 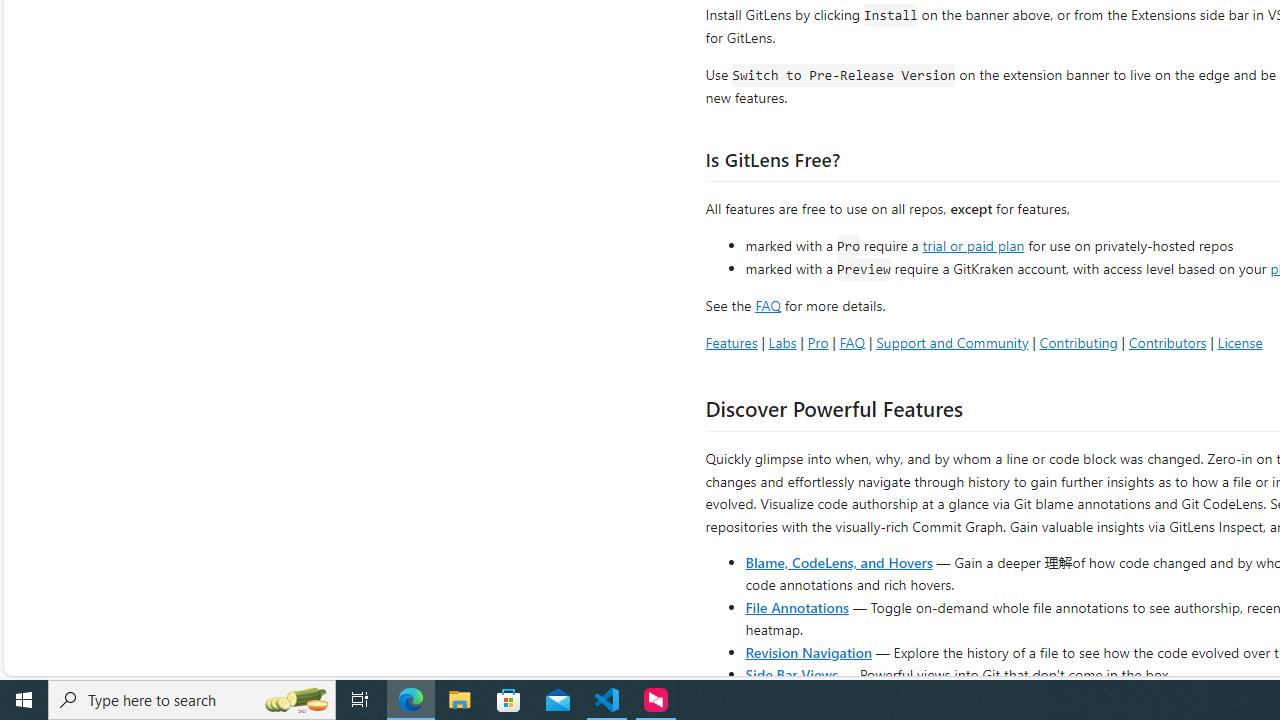 I want to click on 'Labs', so click(x=781, y=341).